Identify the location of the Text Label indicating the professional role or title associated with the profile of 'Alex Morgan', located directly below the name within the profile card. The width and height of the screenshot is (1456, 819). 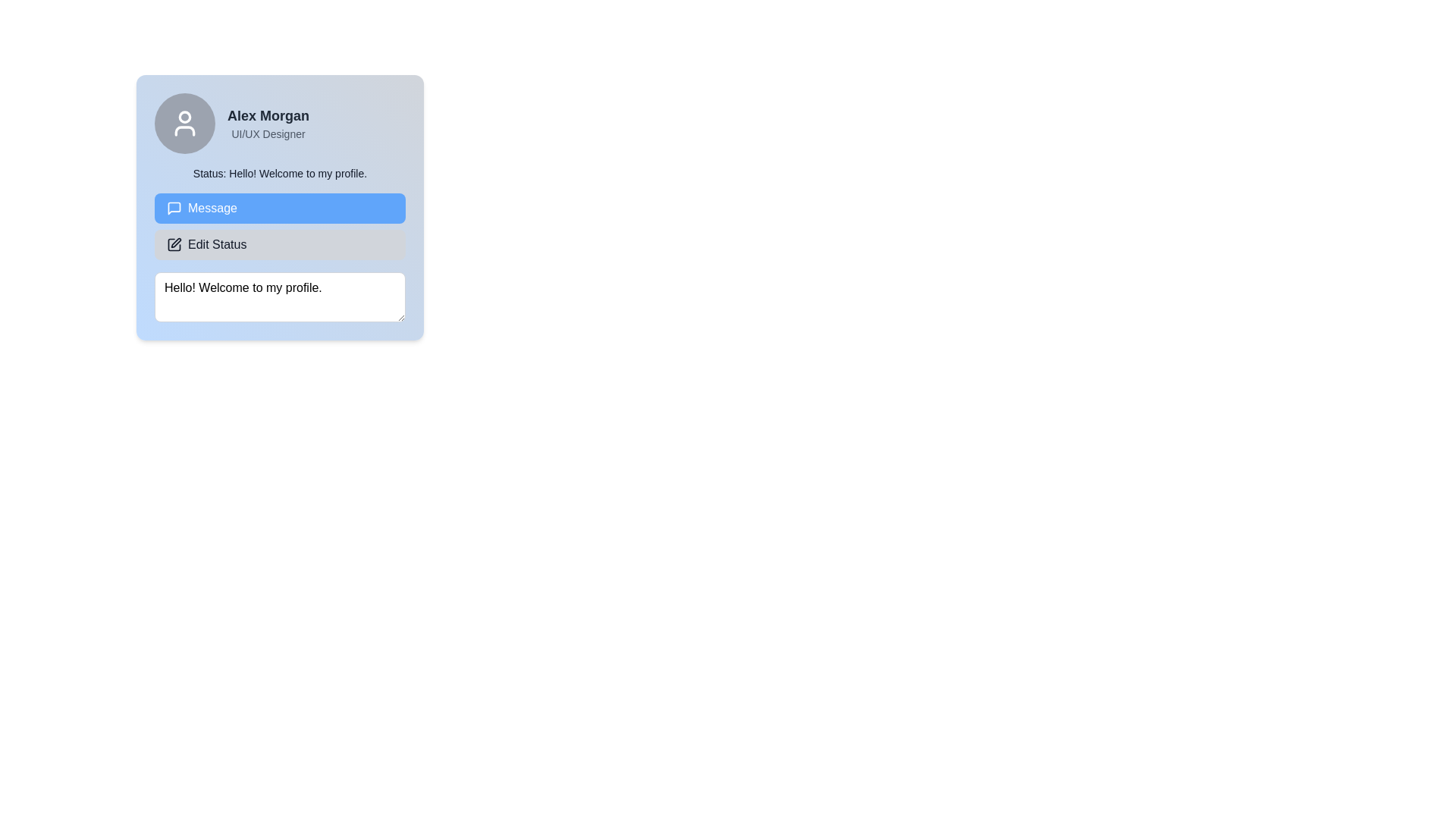
(268, 133).